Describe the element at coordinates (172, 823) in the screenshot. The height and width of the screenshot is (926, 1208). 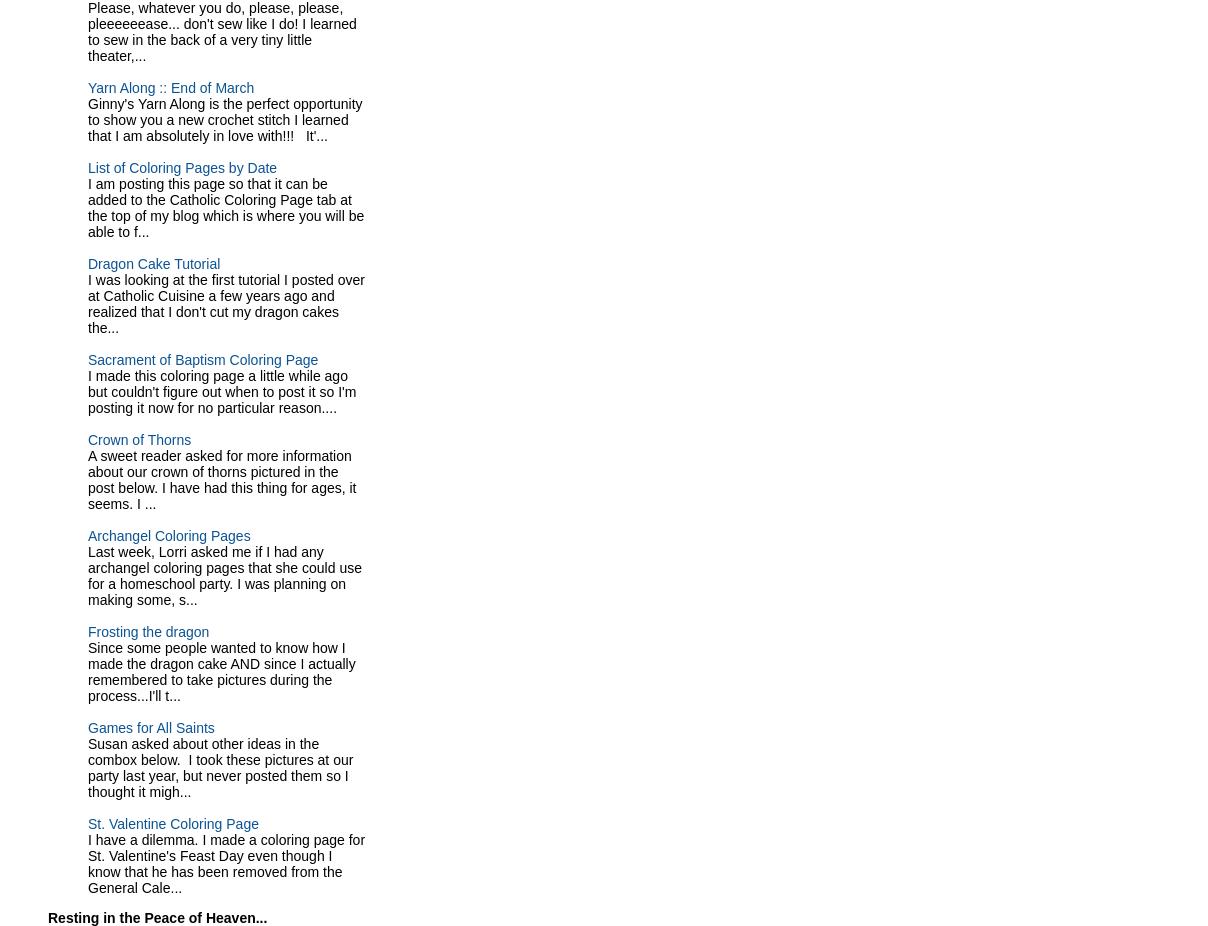
I see `'St. Valentine Coloring Page'` at that location.